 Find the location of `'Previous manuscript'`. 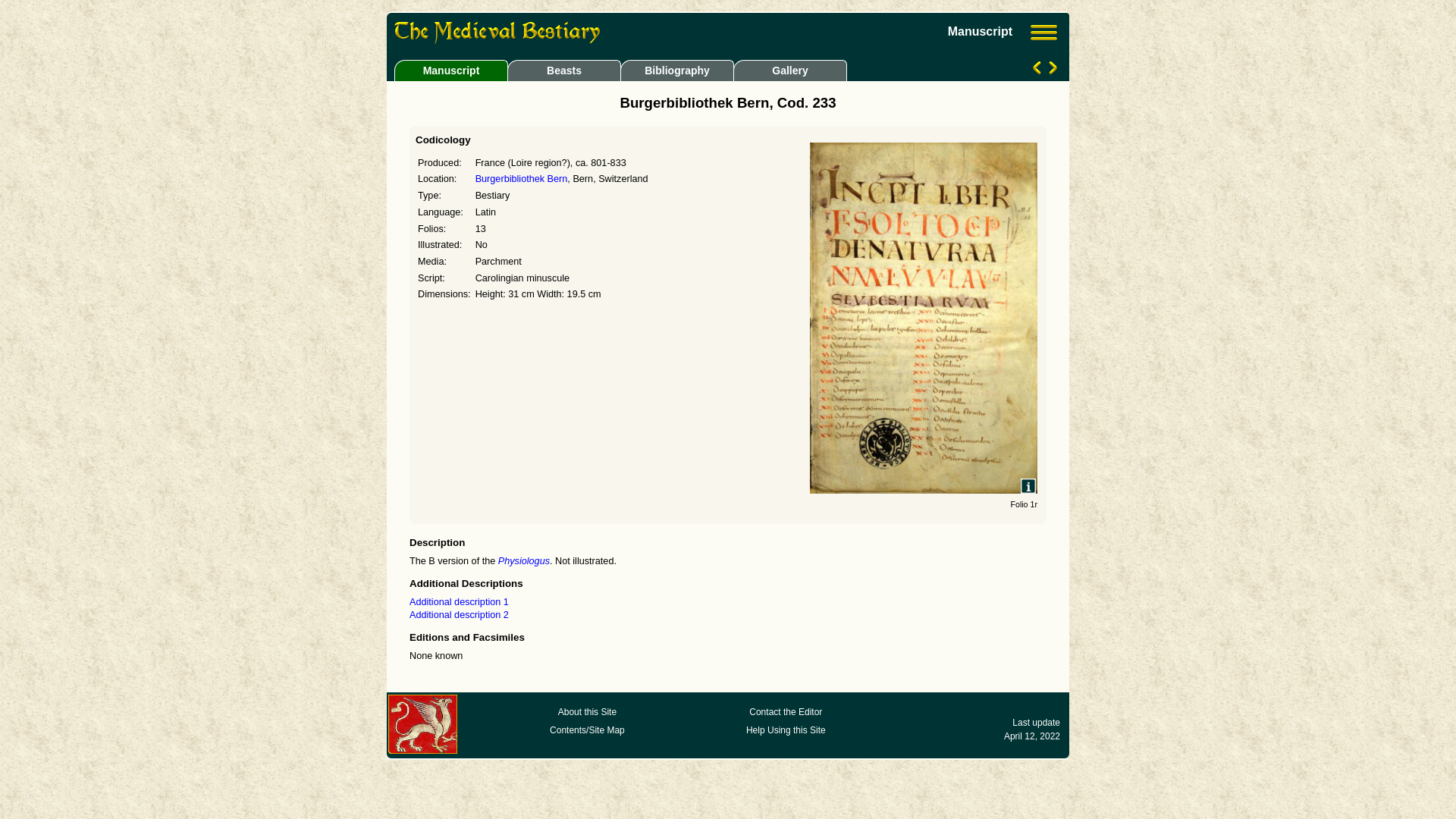

'Previous manuscript' is located at coordinates (1037, 70).